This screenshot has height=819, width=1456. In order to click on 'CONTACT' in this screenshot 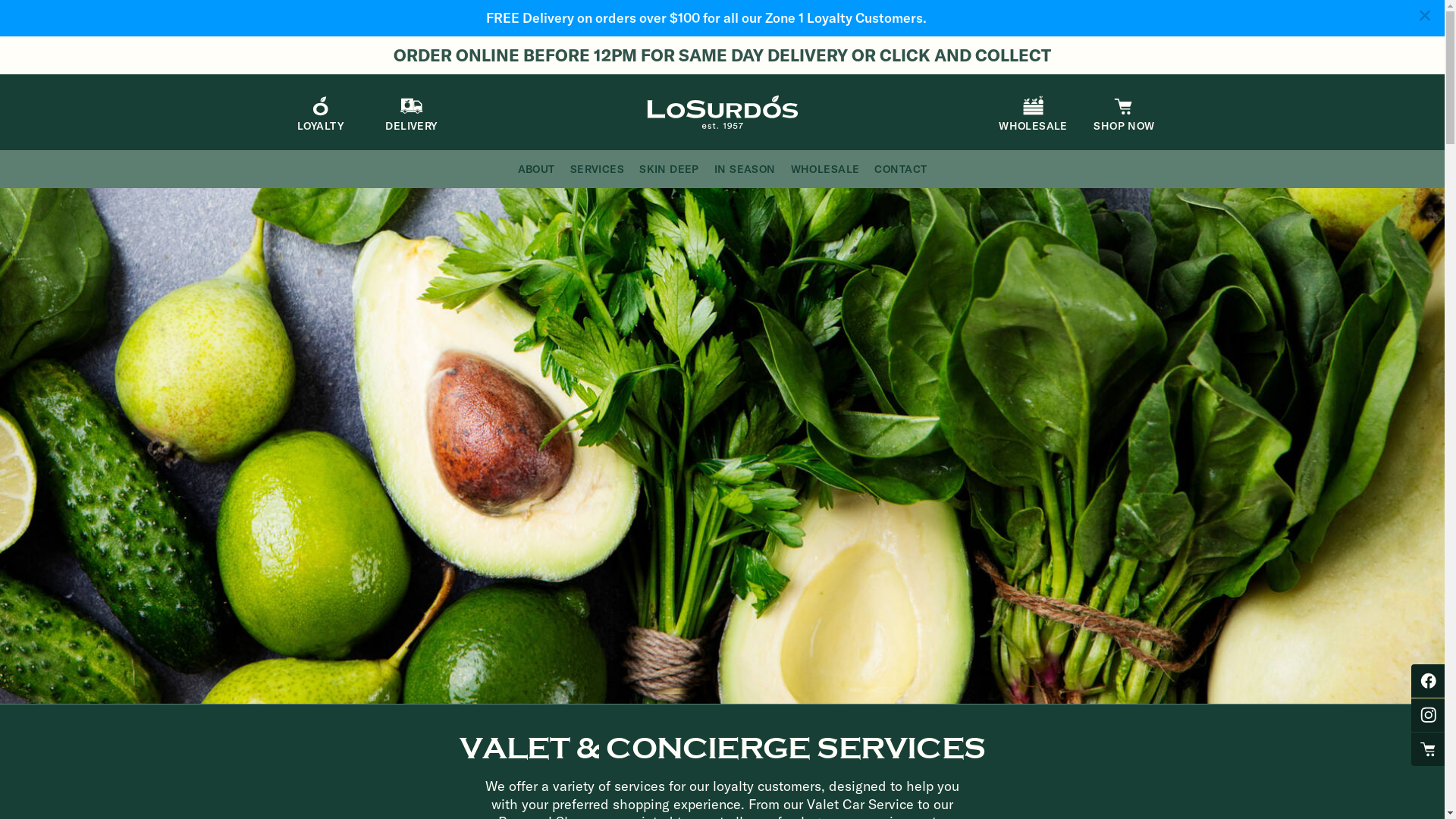, I will do `click(900, 169)`.